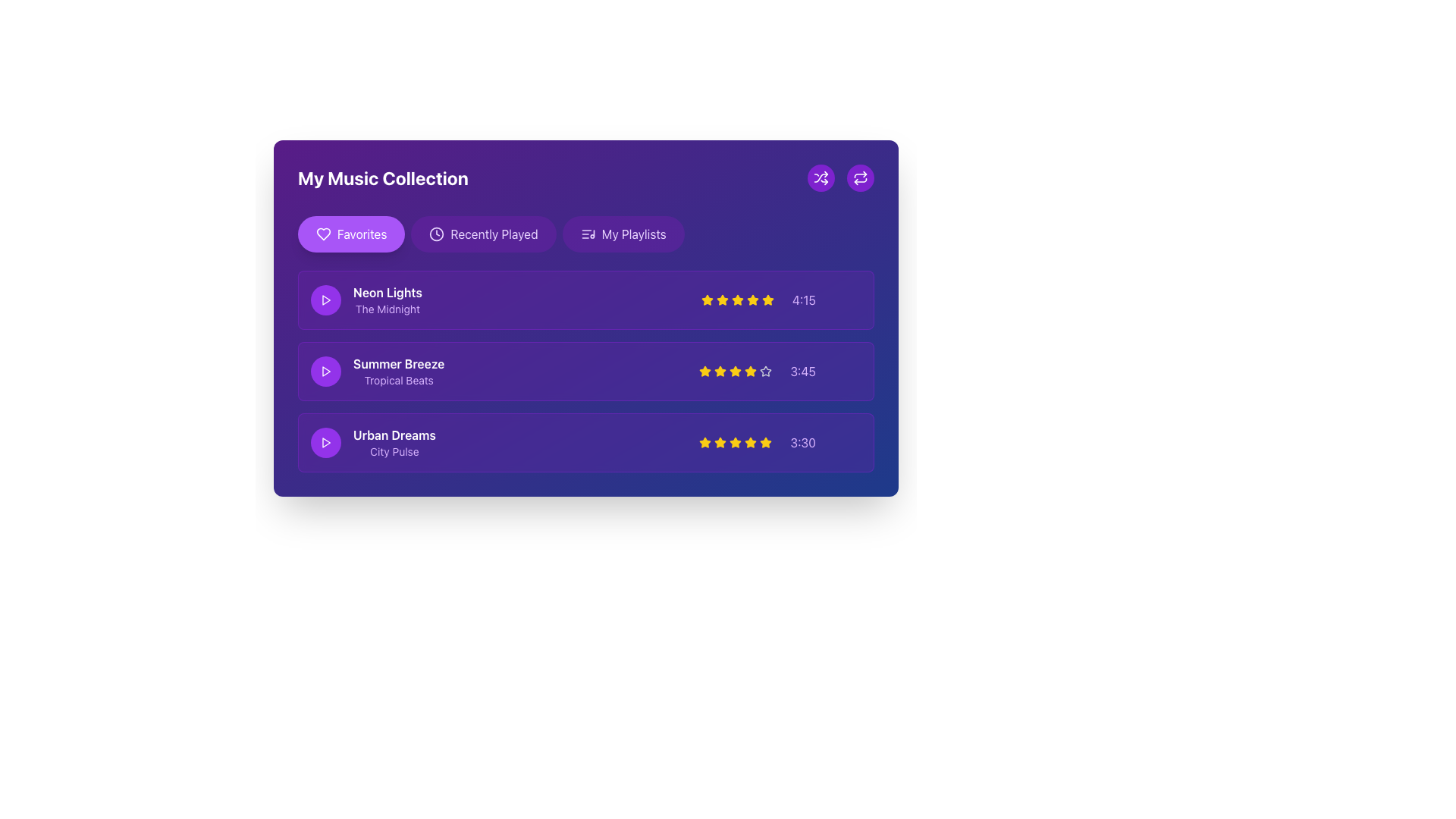  Describe the element at coordinates (847, 442) in the screenshot. I see `the button located in the lower-right corner of the 'Urban Dreams' song entry row, which provides access to additional options or actions for the song` at that location.